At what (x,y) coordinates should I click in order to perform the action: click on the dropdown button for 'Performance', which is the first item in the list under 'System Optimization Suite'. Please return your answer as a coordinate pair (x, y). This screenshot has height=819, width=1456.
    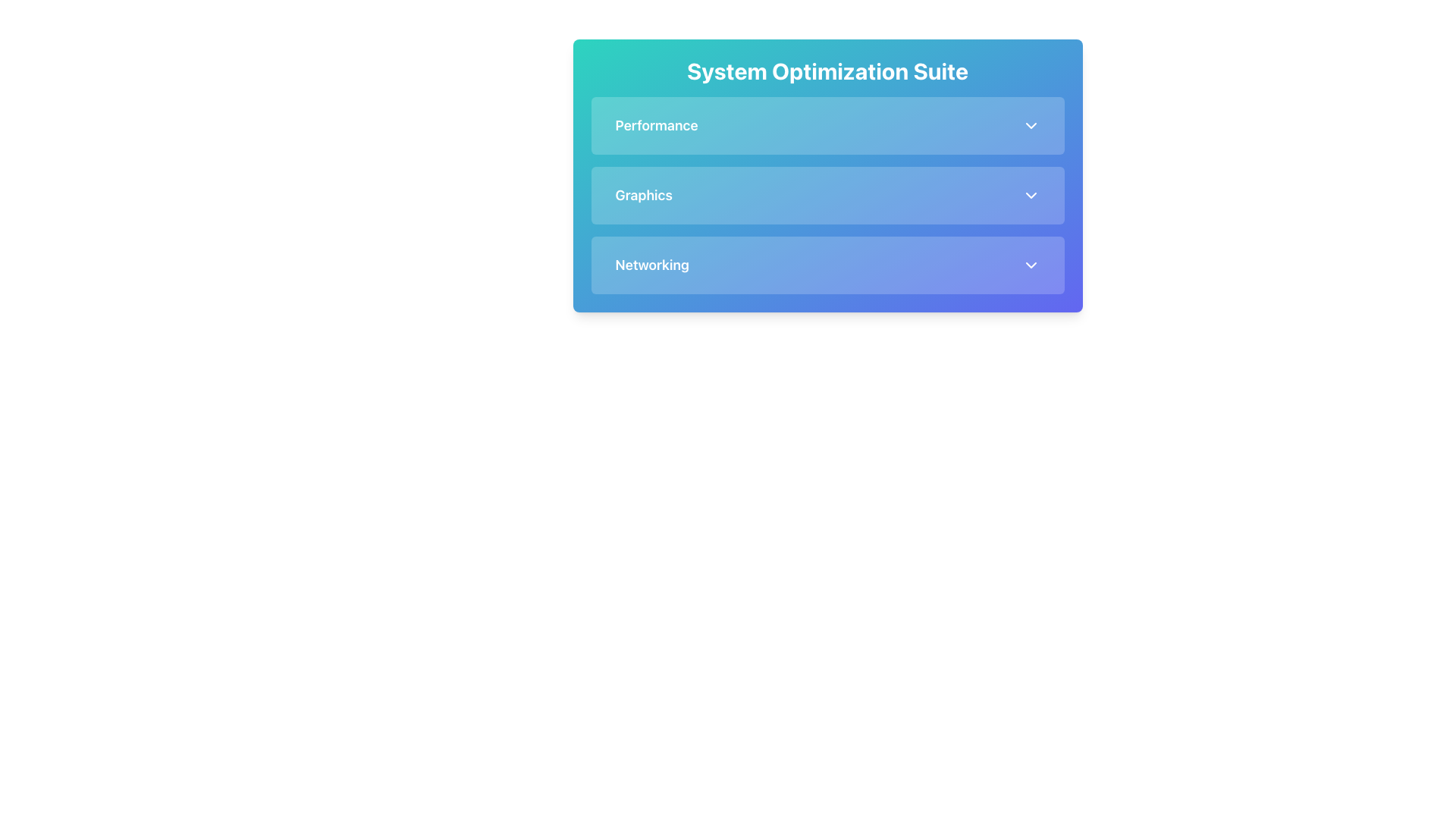
    Looking at the image, I should click on (827, 124).